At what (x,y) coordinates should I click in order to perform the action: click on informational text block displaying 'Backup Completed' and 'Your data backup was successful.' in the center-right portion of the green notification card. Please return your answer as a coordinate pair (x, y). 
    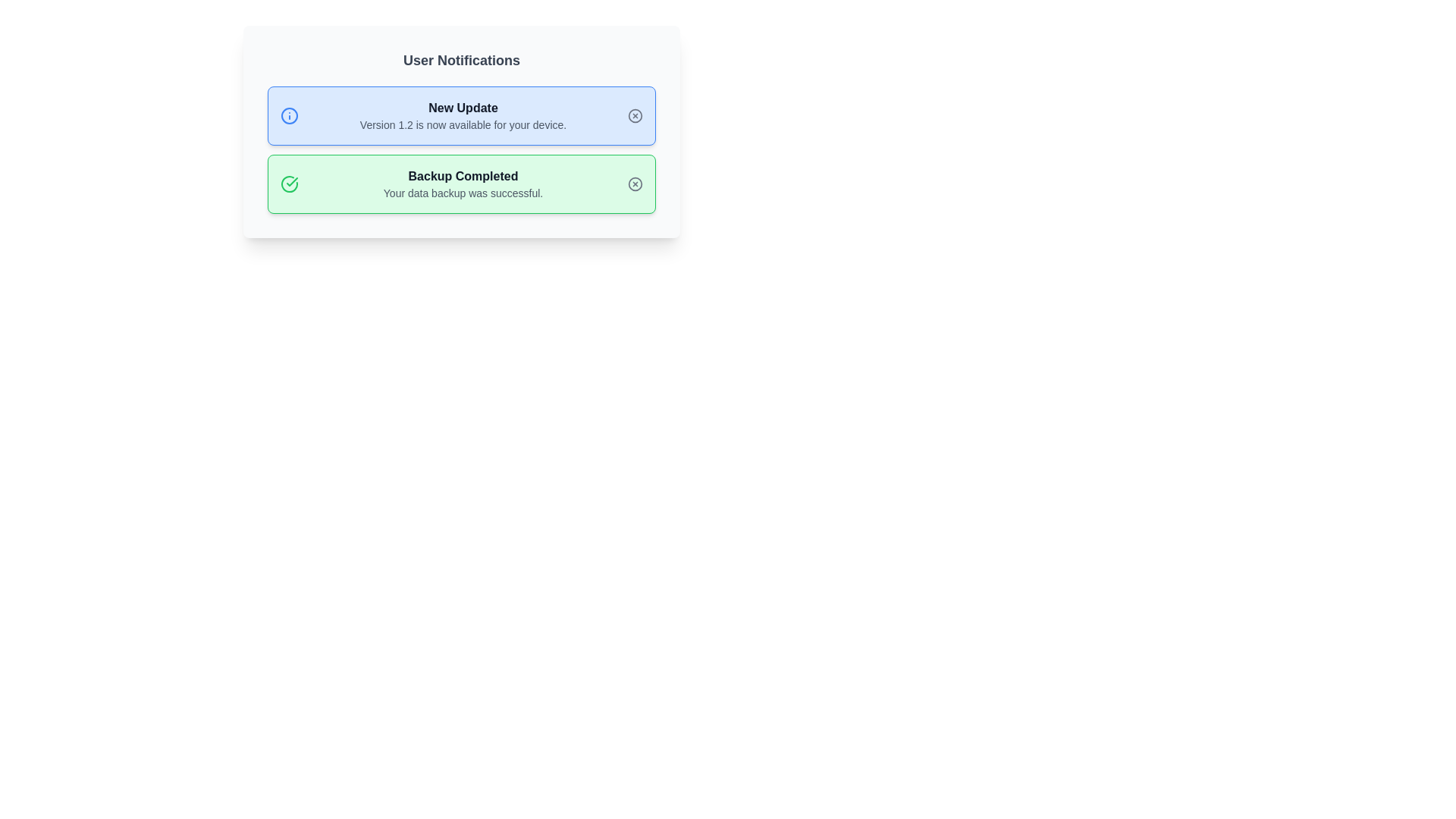
    Looking at the image, I should click on (462, 184).